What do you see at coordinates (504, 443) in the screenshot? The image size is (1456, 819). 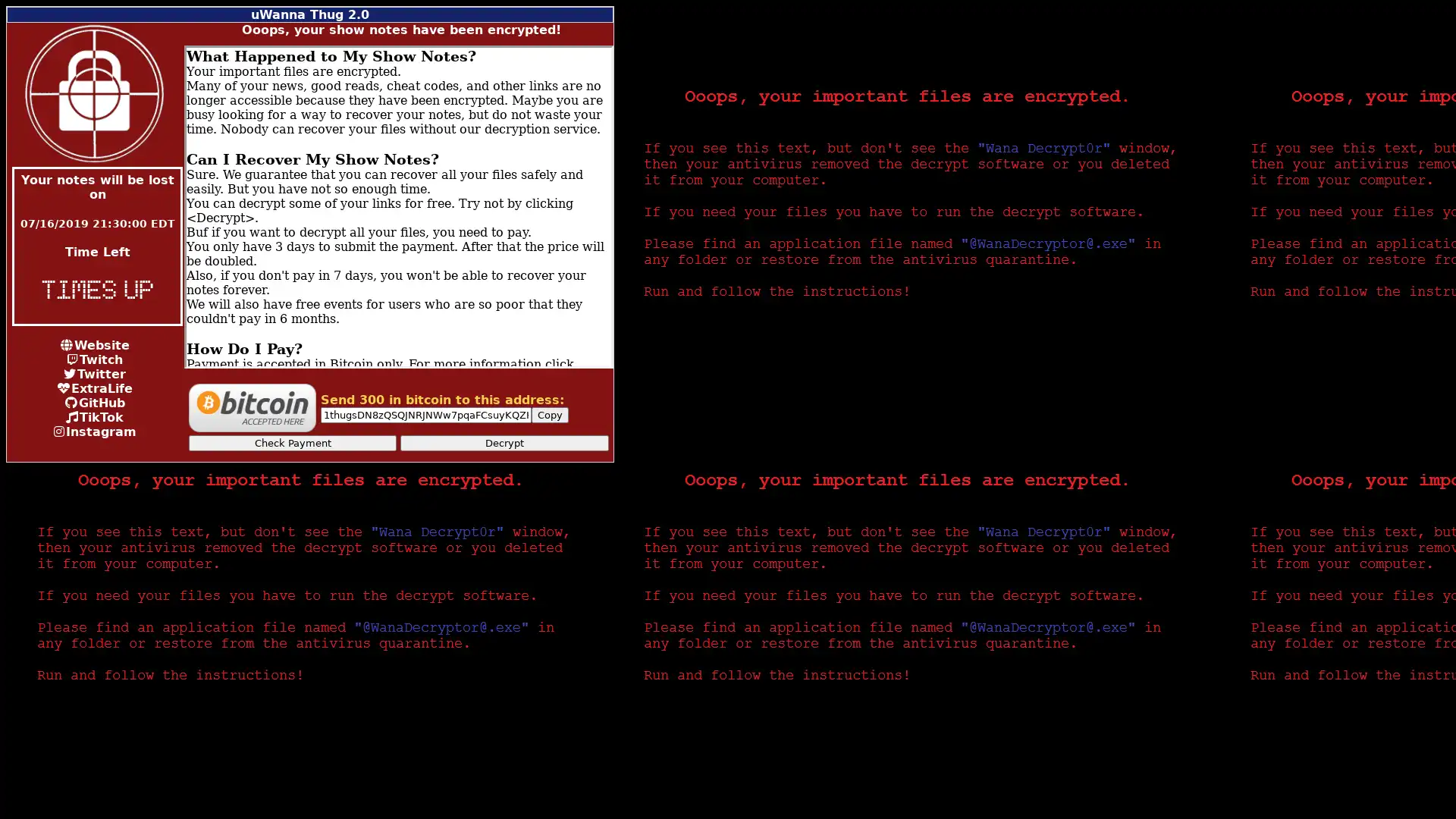 I see `Decrypt` at bounding box center [504, 443].